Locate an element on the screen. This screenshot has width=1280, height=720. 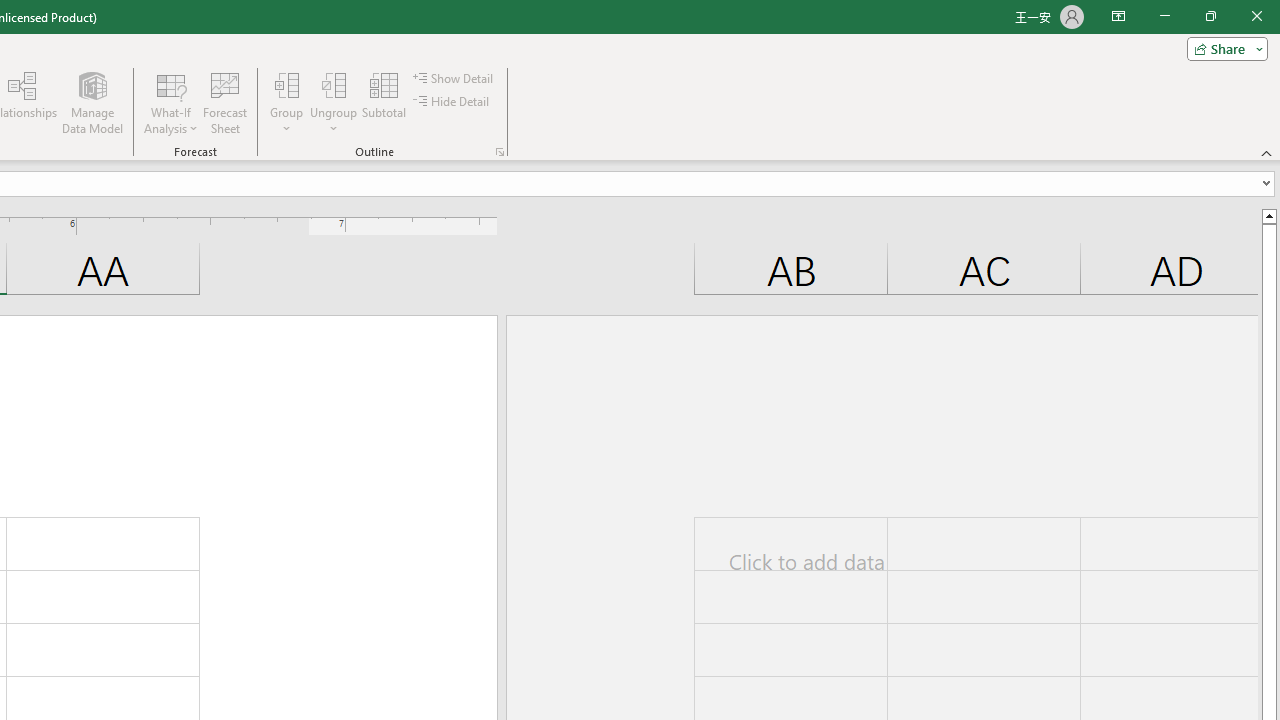
'Minimize' is located at coordinates (1164, 16).